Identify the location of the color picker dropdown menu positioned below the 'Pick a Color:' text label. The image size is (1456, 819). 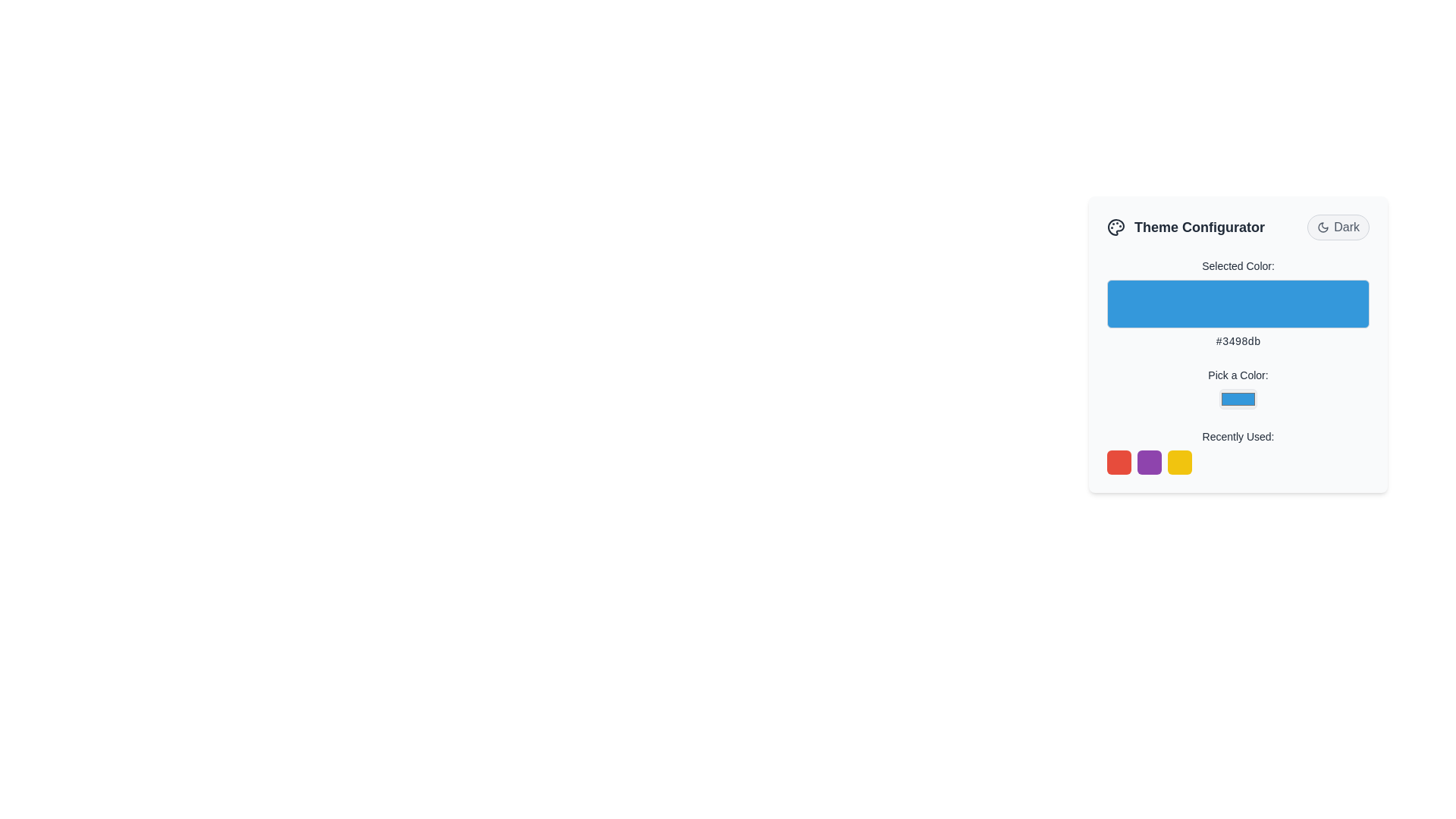
(1238, 366).